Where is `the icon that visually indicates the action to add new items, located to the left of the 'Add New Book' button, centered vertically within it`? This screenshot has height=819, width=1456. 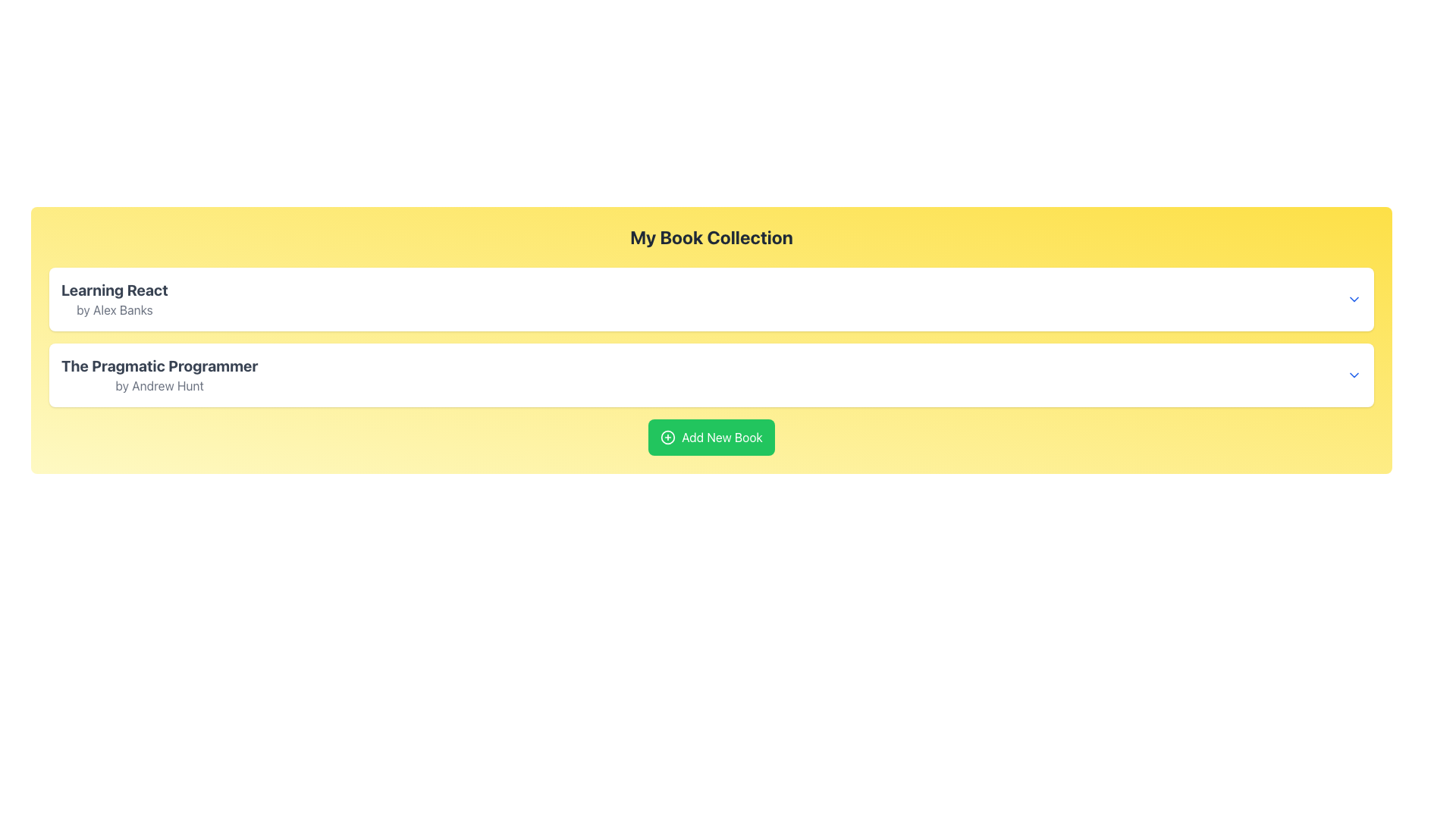 the icon that visually indicates the action to add new items, located to the left of the 'Add New Book' button, centered vertically within it is located at coordinates (667, 438).